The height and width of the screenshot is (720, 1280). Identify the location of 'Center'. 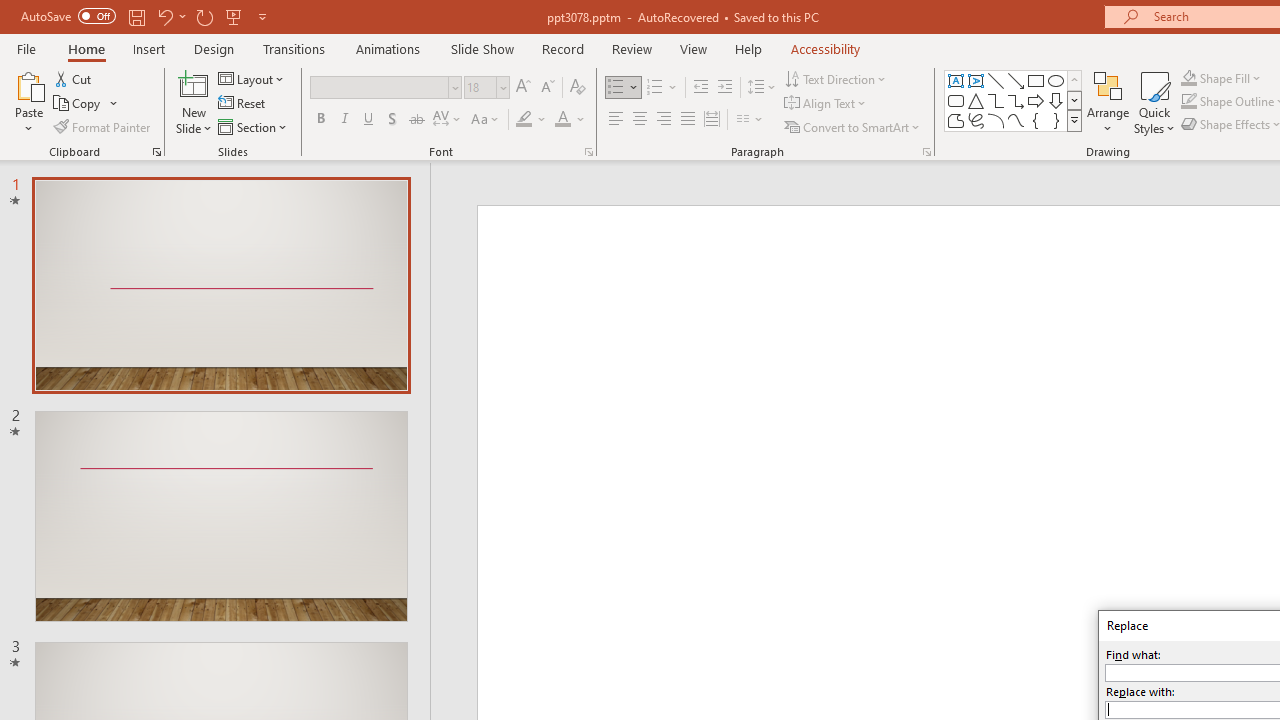
(640, 119).